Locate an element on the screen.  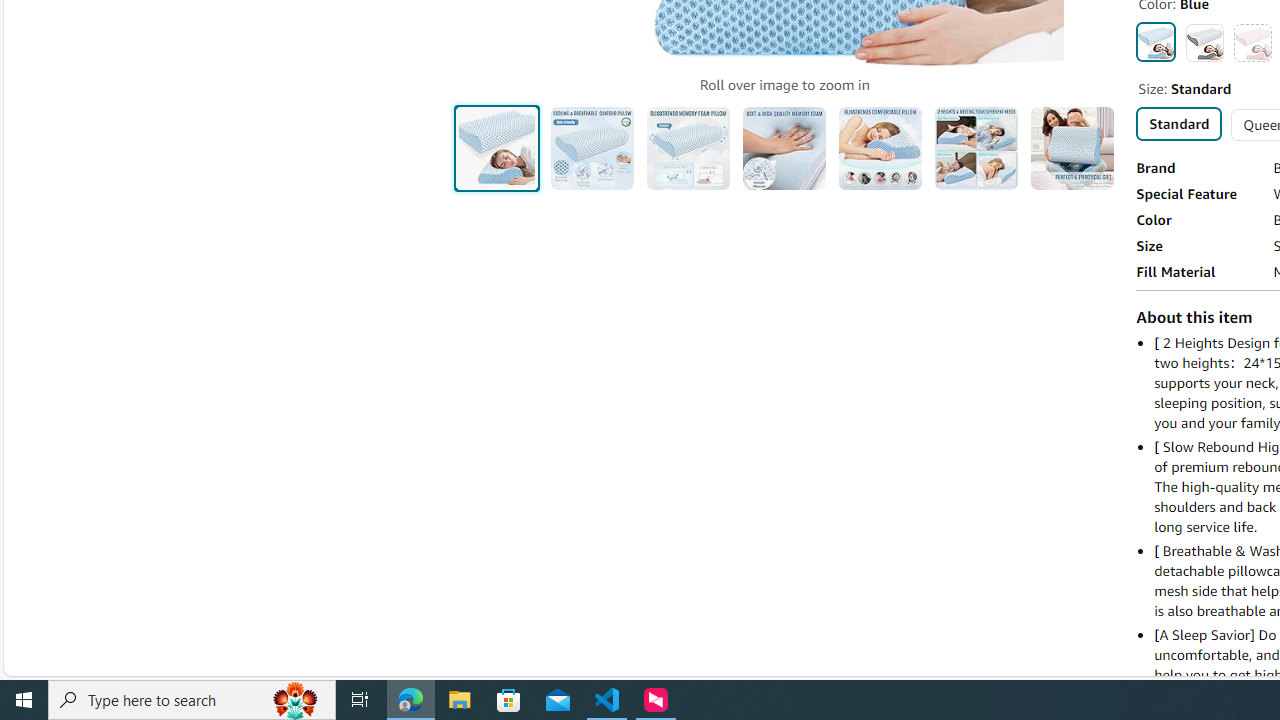
'Standard' is located at coordinates (1178, 123).